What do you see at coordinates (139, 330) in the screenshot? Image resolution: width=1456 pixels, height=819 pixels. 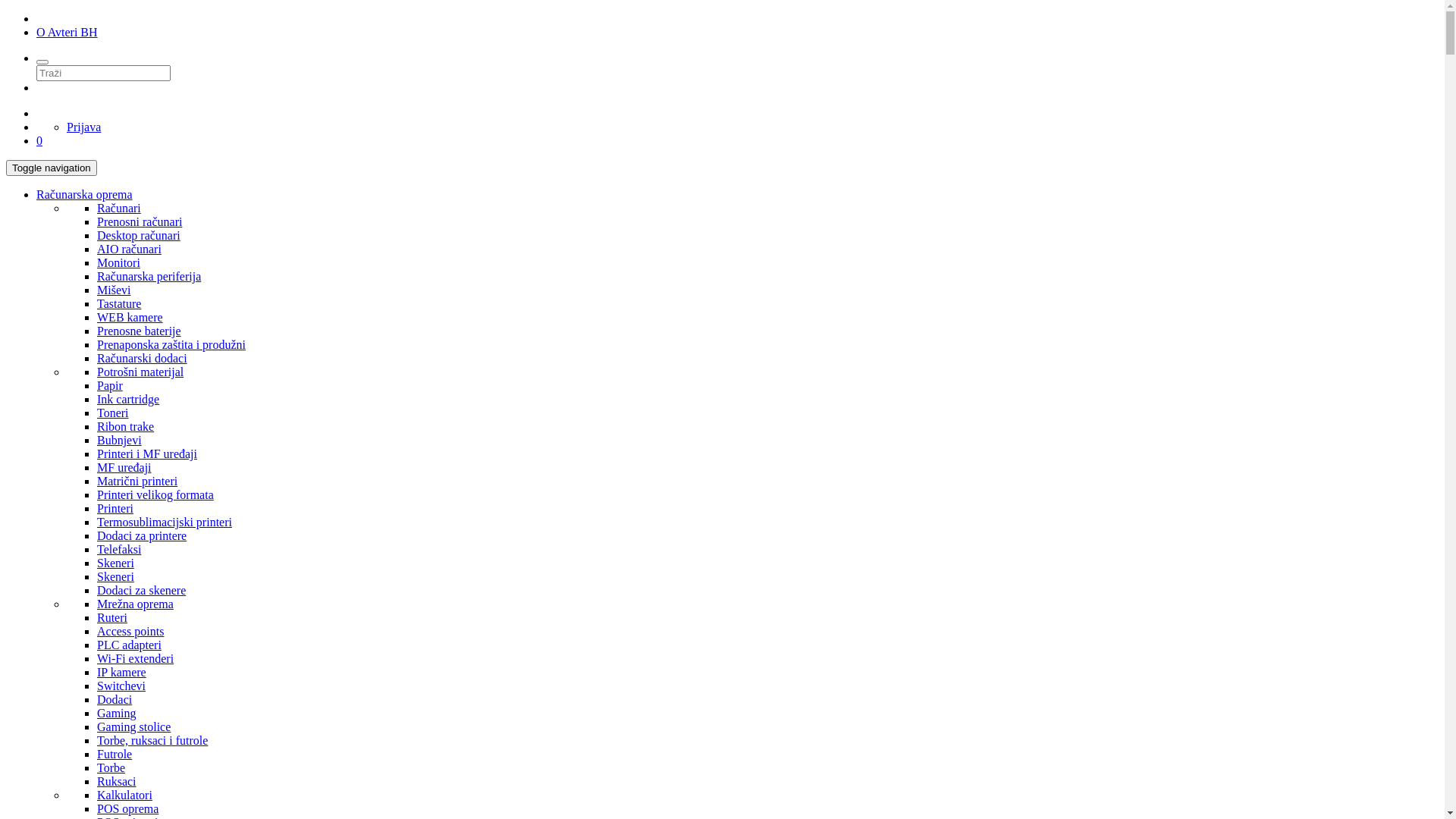 I see `'Prenosne baterije'` at bounding box center [139, 330].